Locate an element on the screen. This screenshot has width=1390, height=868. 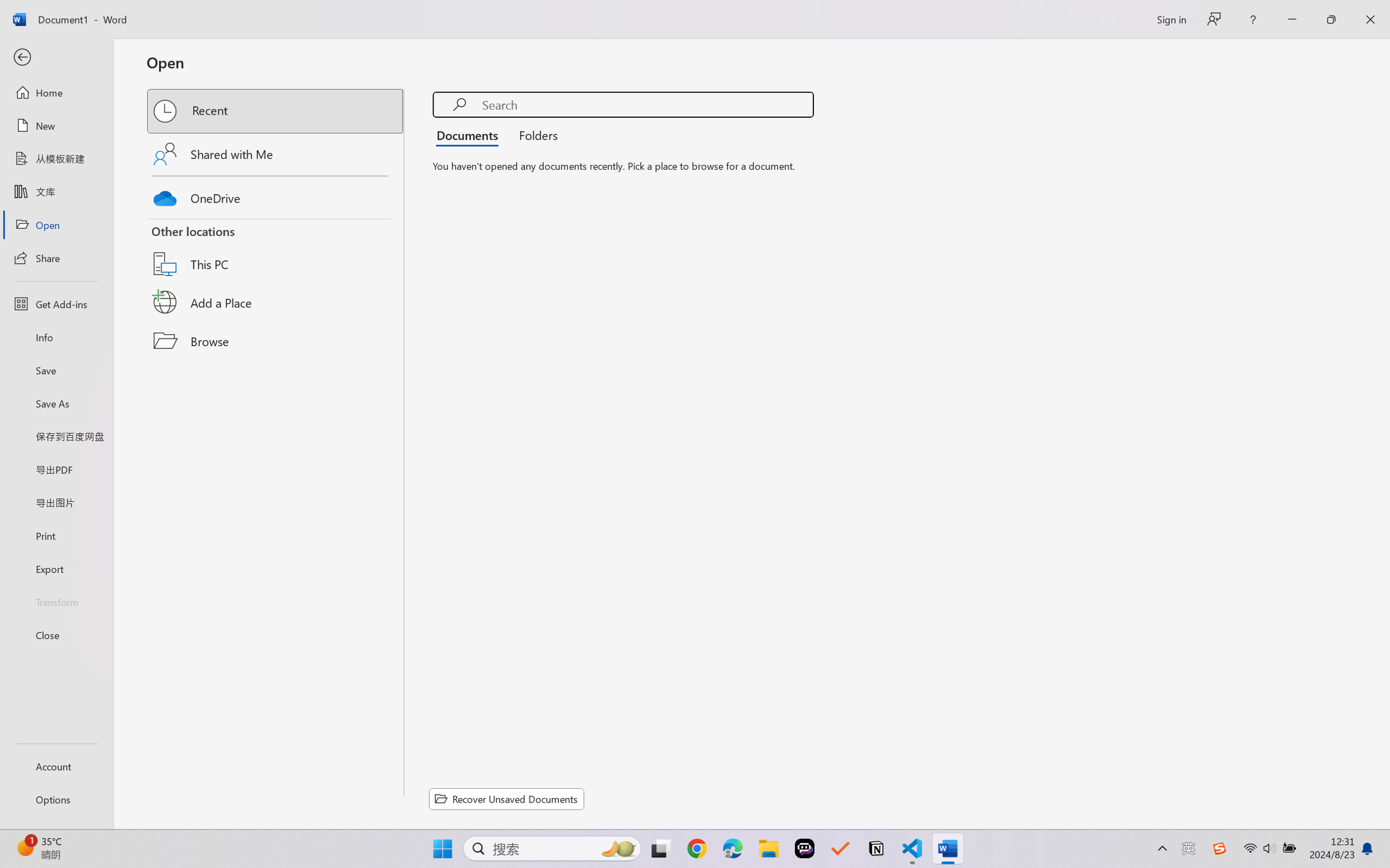
'OneDrive' is located at coordinates (276, 195).